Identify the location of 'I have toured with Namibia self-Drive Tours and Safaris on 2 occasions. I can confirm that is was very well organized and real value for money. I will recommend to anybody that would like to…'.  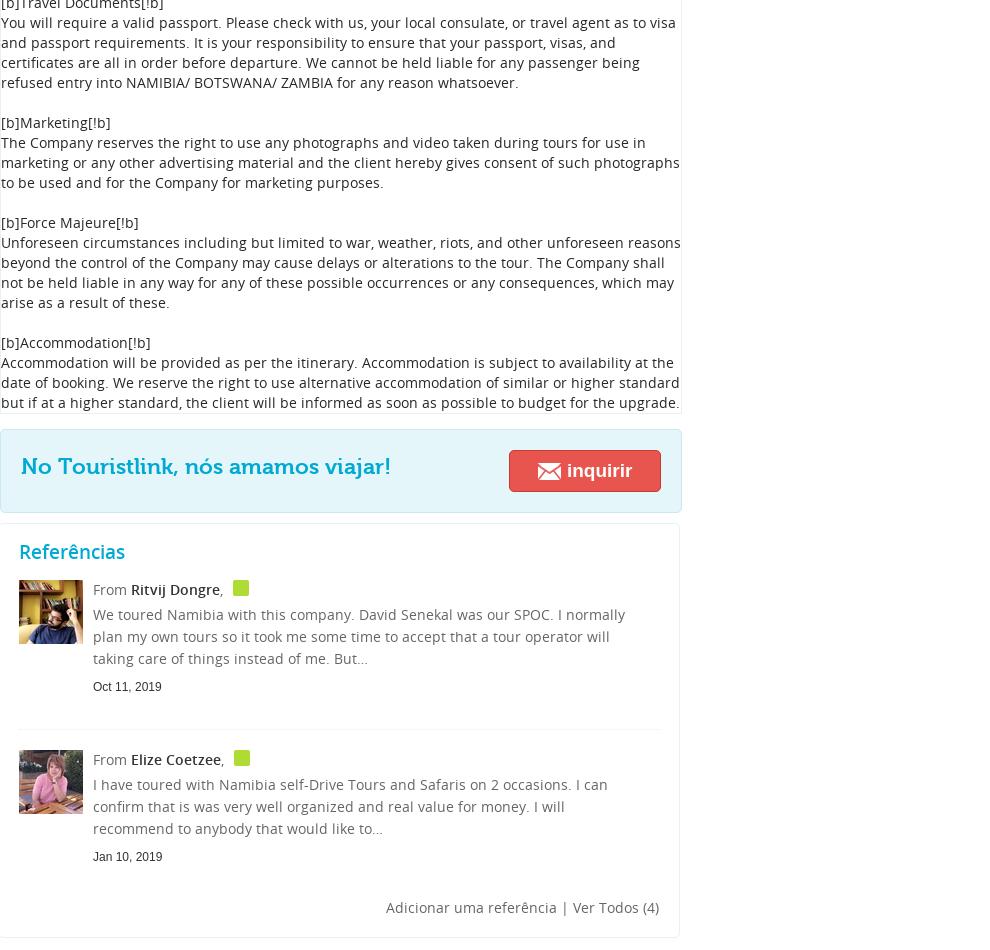
(350, 805).